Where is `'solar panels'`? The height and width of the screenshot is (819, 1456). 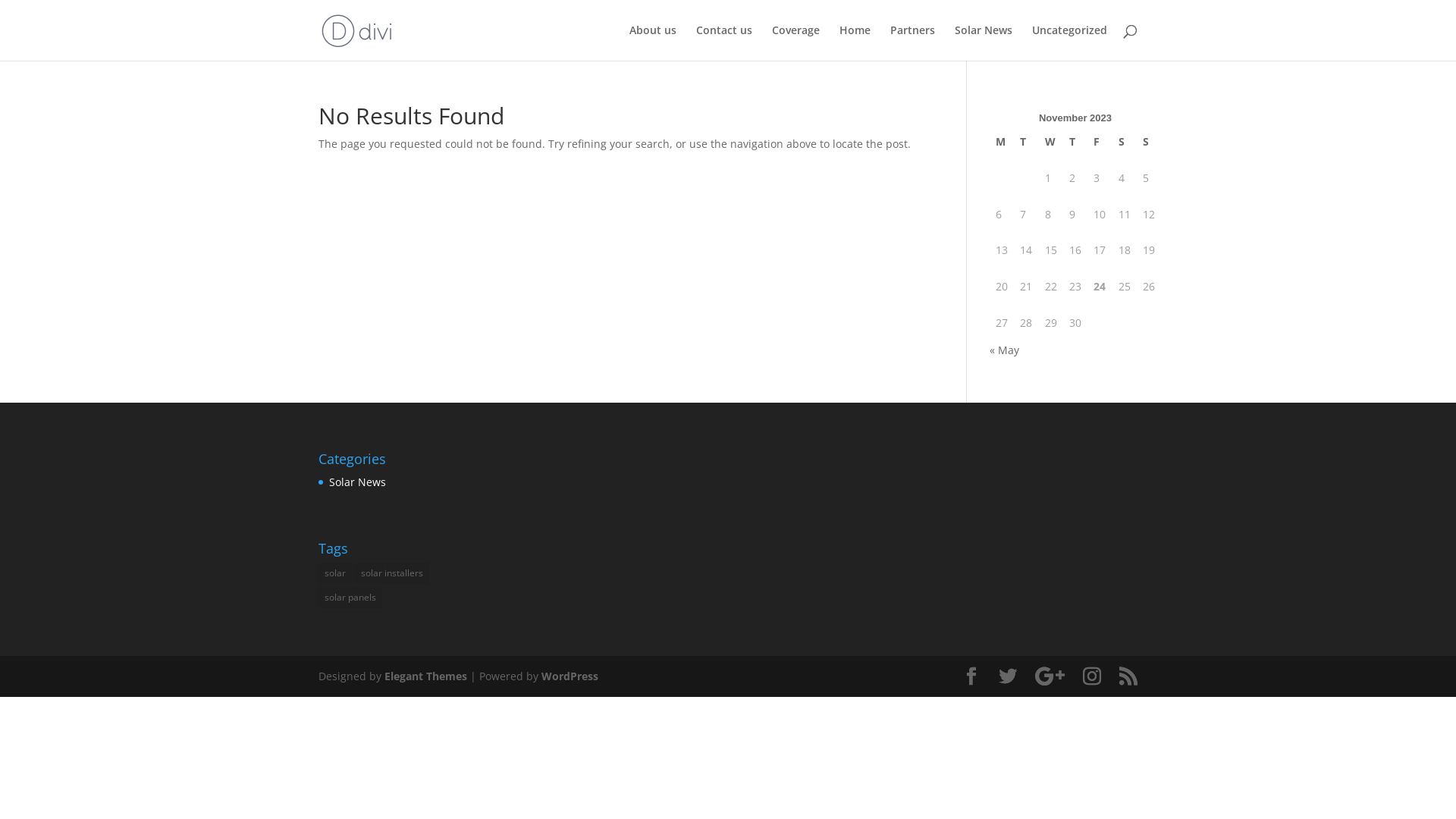
'solar panels' is located at coordinates (349, 596).